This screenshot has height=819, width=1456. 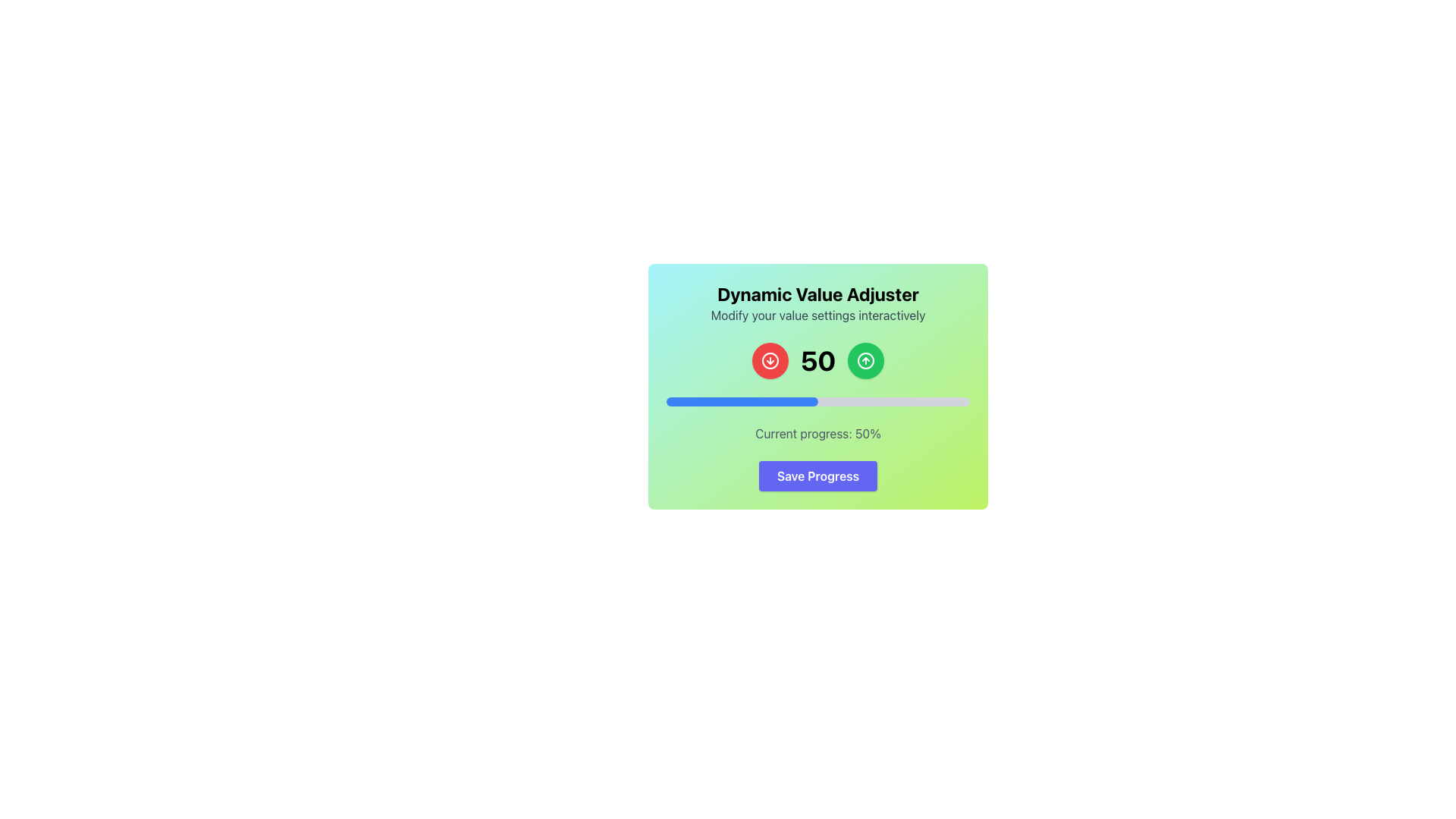 I want to click on the blue rectangular 'Save Progress' button with rounded corners located beneath the text 'Current progress: 50%', so click(x=817, y=475).